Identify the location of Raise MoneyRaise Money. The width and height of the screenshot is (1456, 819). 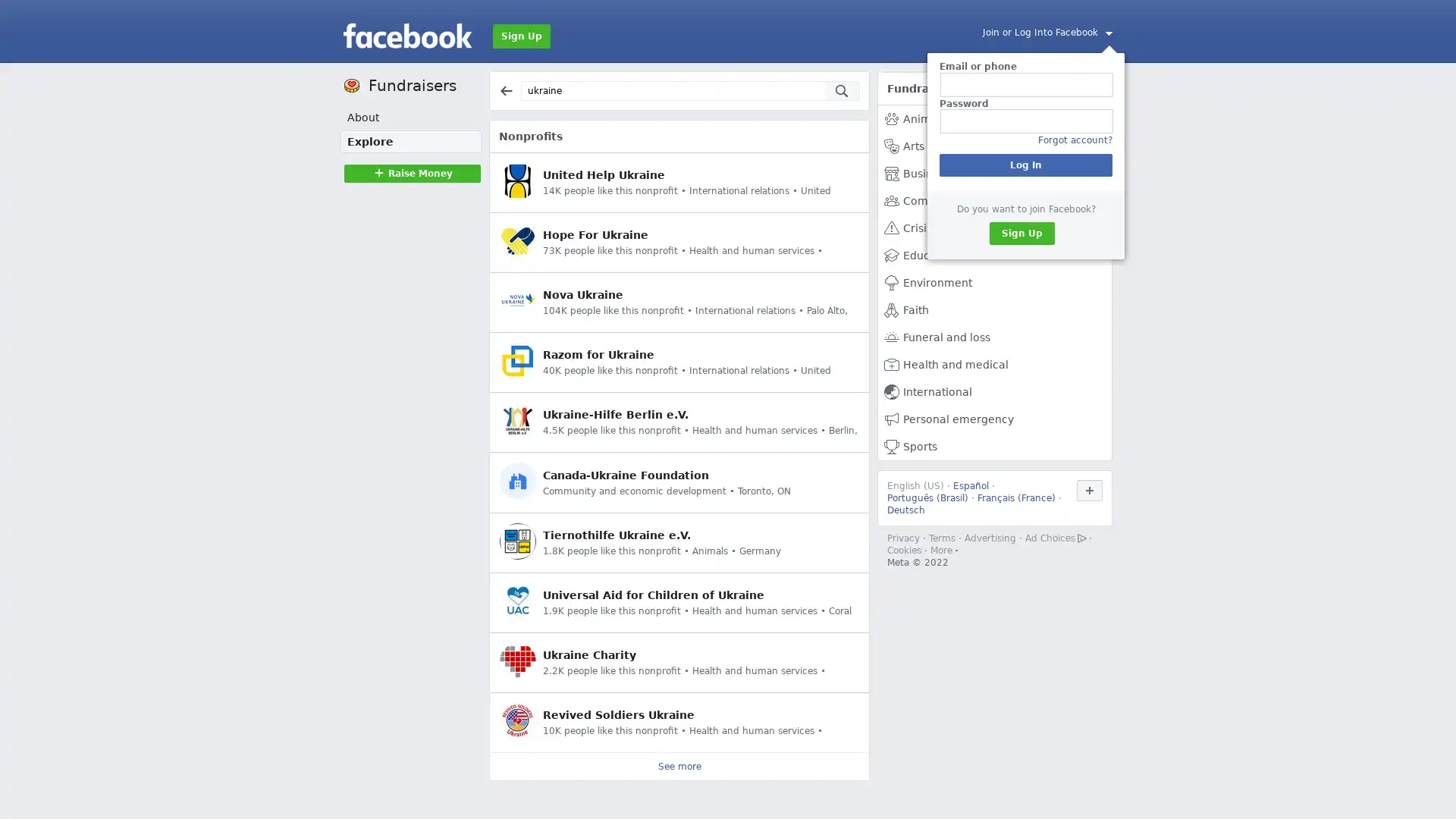
(412, 171).